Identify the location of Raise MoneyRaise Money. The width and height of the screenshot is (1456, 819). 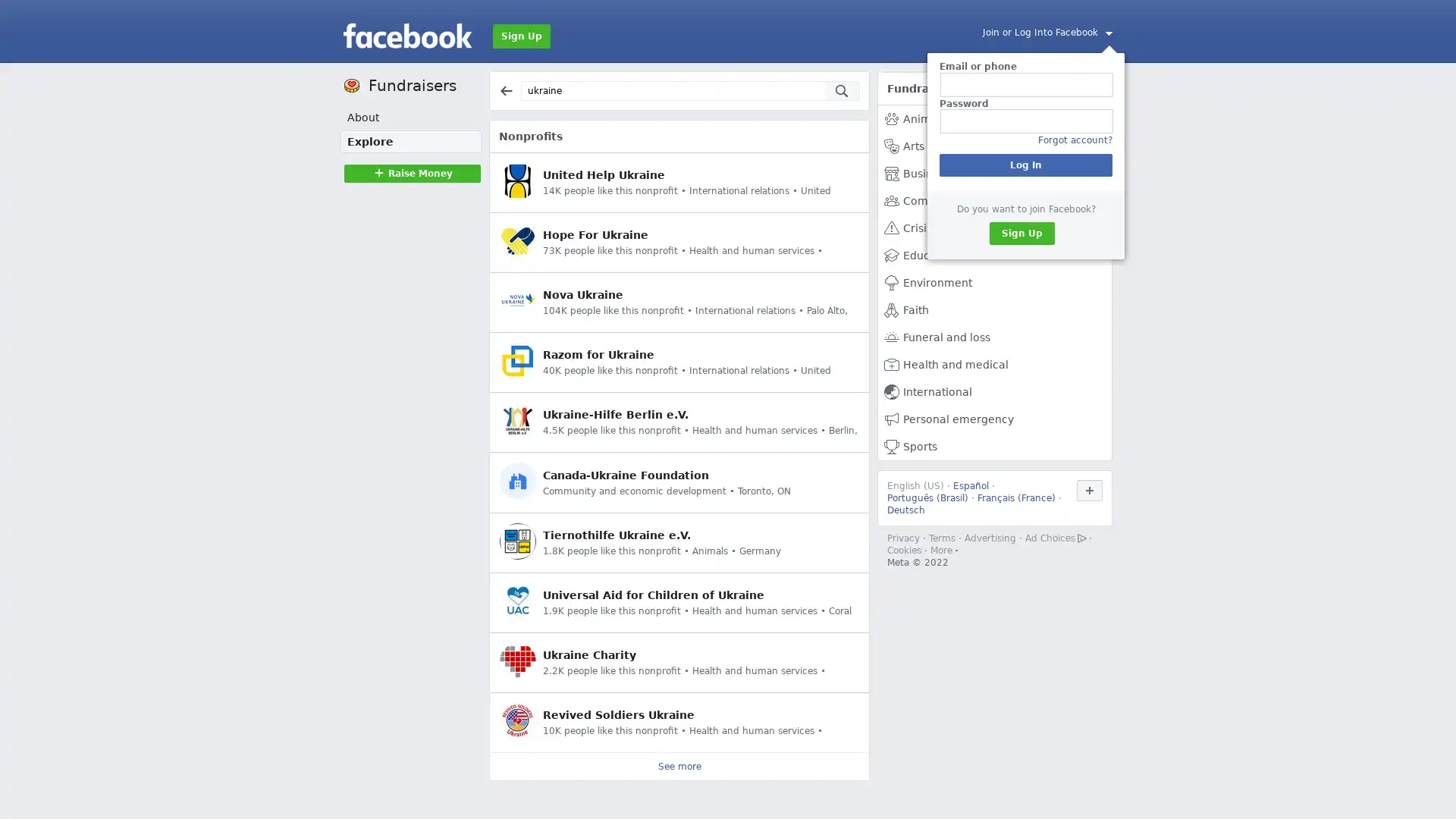
(412, 171).